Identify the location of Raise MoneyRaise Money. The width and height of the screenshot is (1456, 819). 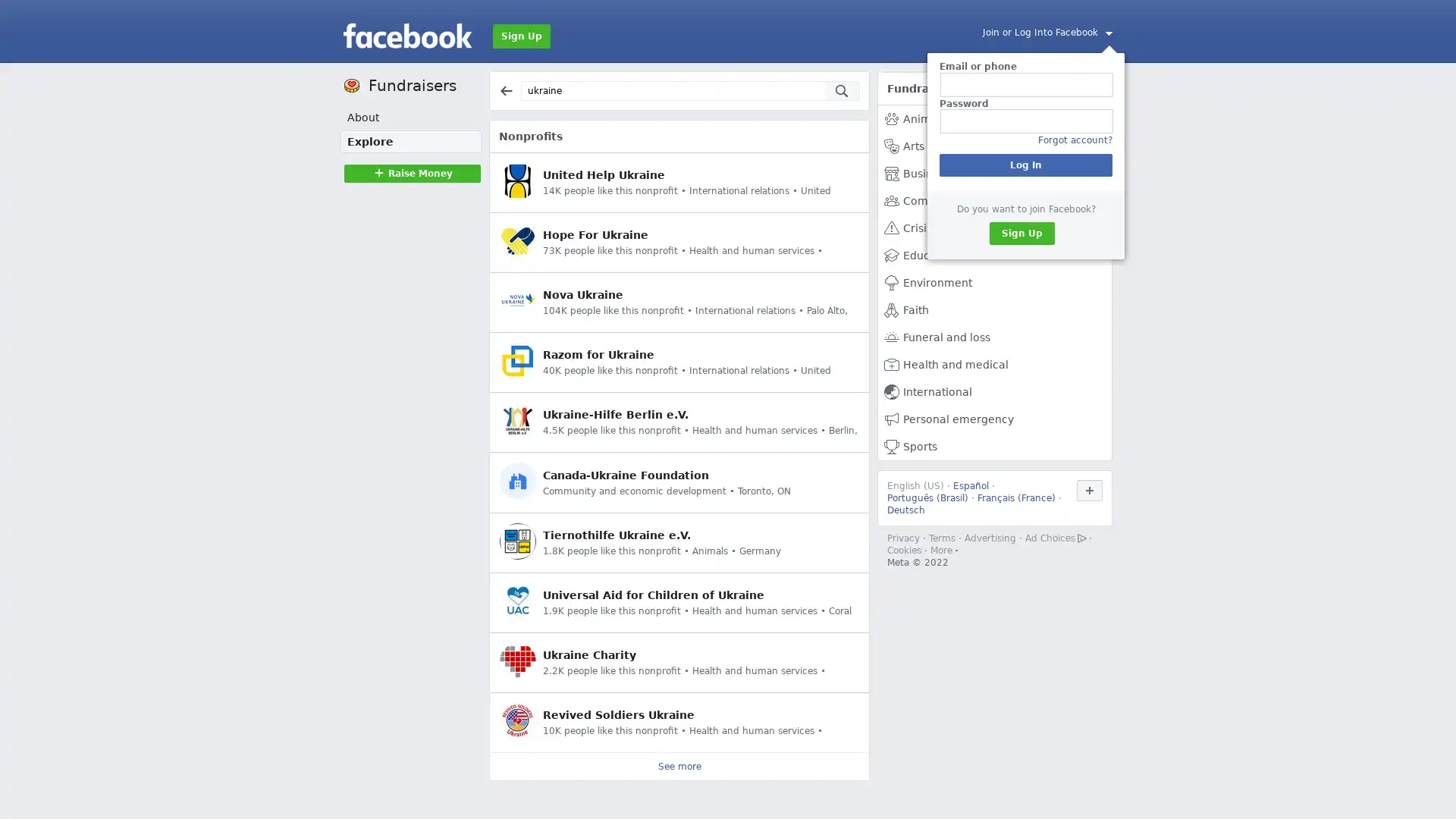
(412, 171).